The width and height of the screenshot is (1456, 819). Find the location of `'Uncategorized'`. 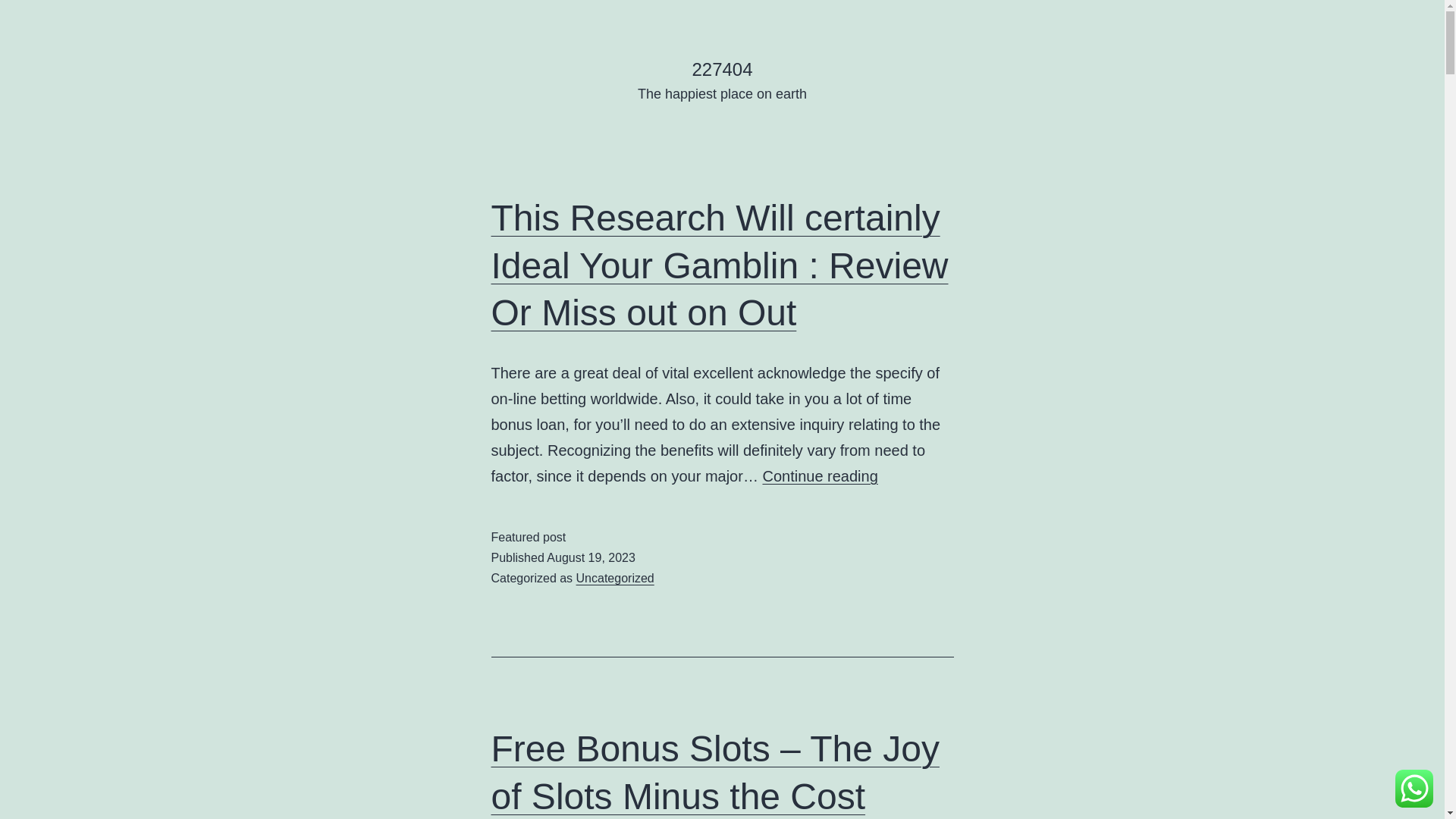

'Uncategorized' is located at coordinates (615, 578).